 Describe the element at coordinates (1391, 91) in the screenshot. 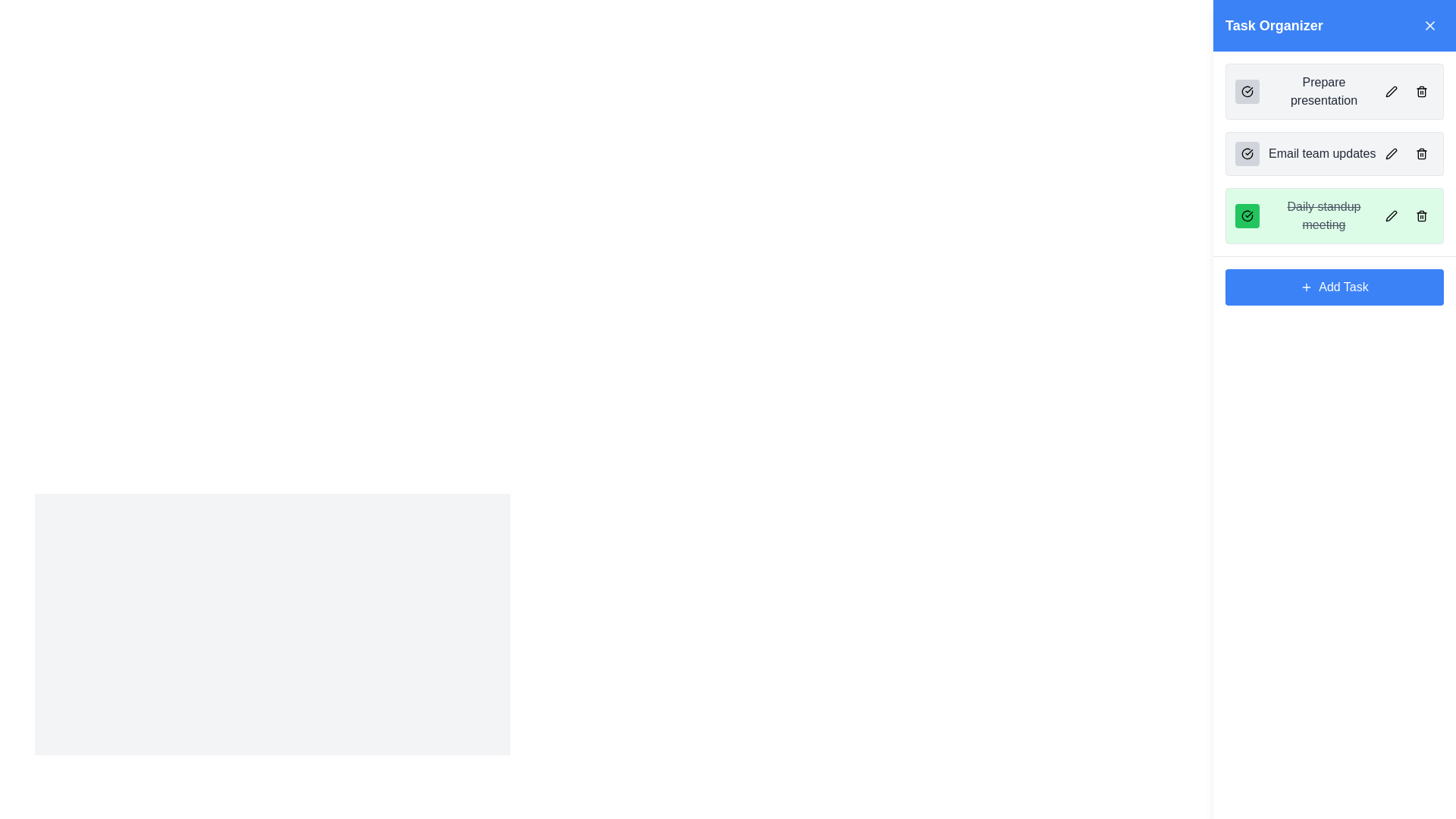

I see `the pen icon located to the right of the 'Prepare presentation' task in the 'Task Organizer' sidebar` at that location.